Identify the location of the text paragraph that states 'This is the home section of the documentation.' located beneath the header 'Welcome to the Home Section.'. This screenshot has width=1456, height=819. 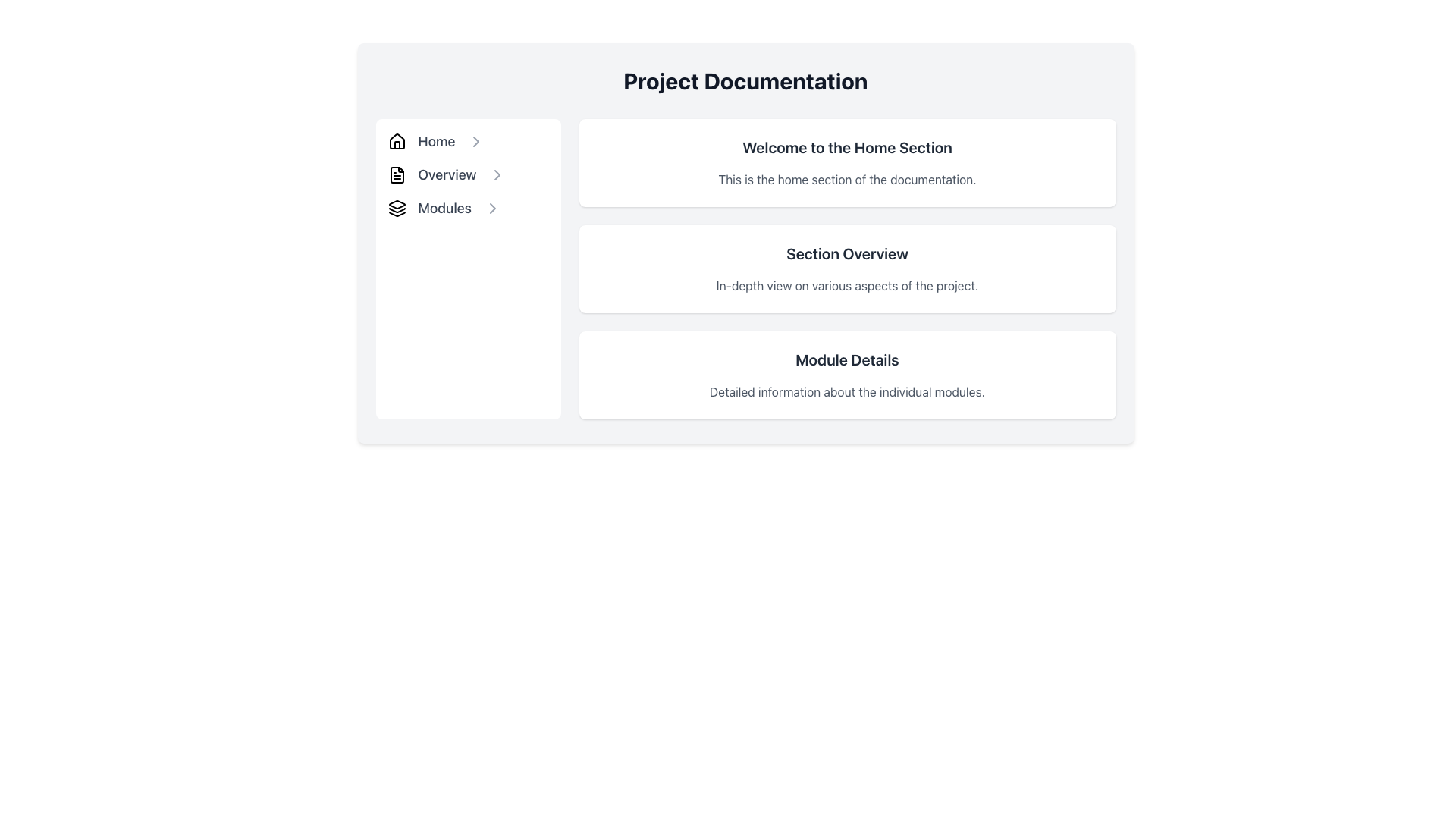
(846, 178).